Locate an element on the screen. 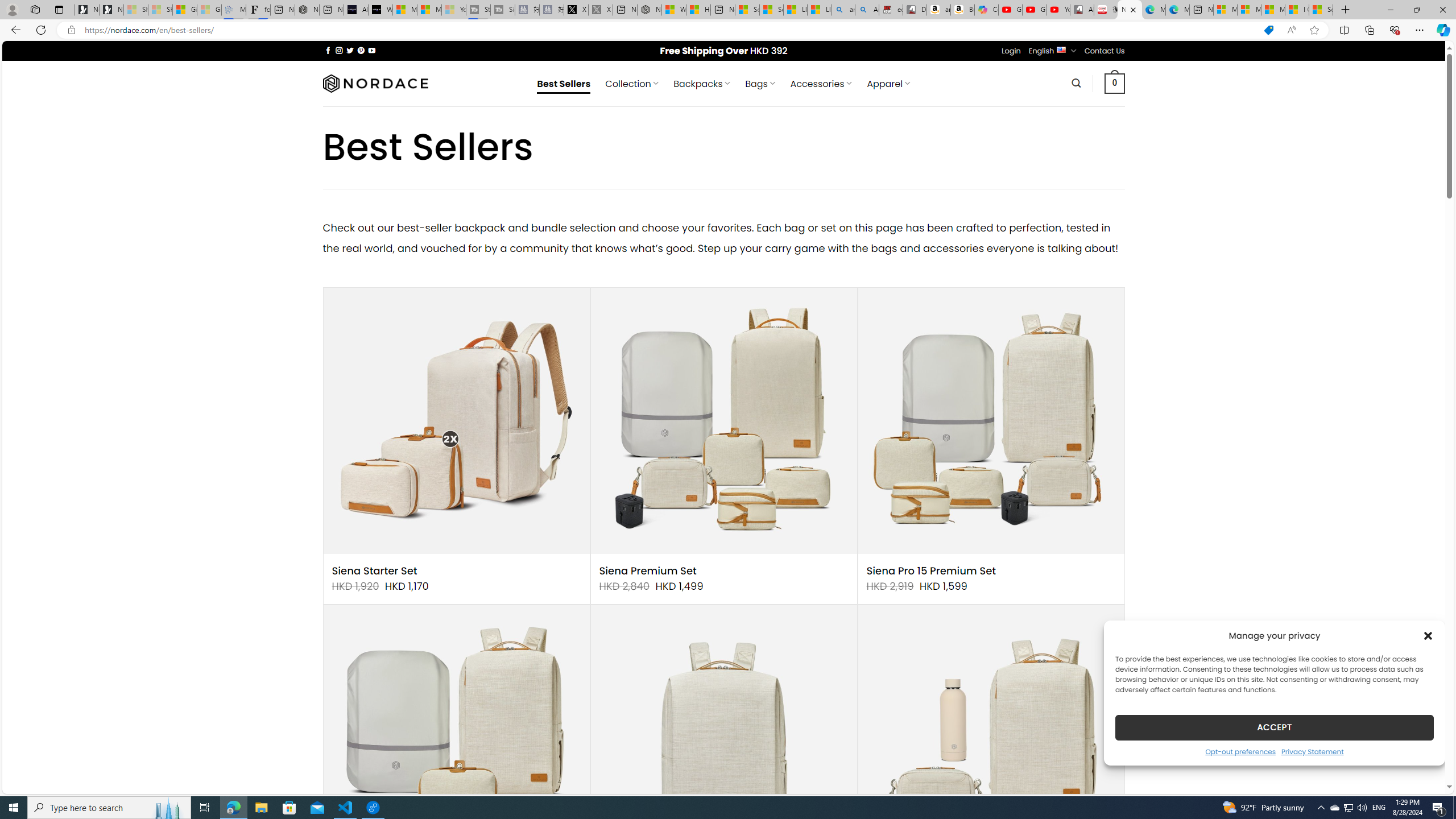 The image size is (1456, 819). '  Best Sellers' is located at coordinates (564, 83).